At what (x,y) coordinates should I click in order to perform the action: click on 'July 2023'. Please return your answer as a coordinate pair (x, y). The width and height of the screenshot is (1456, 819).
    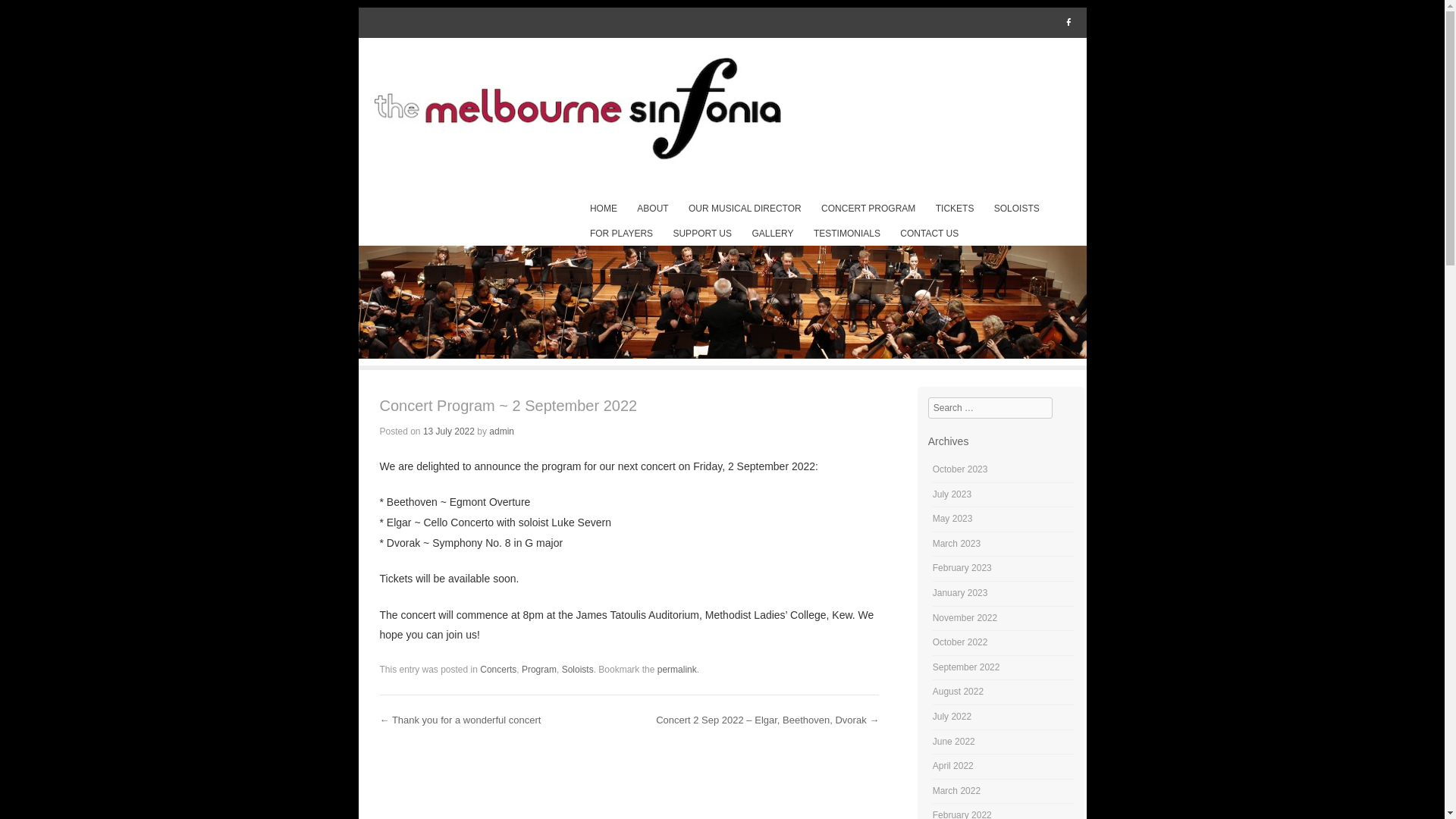
    Looking at the image, I should click on (951, 494).